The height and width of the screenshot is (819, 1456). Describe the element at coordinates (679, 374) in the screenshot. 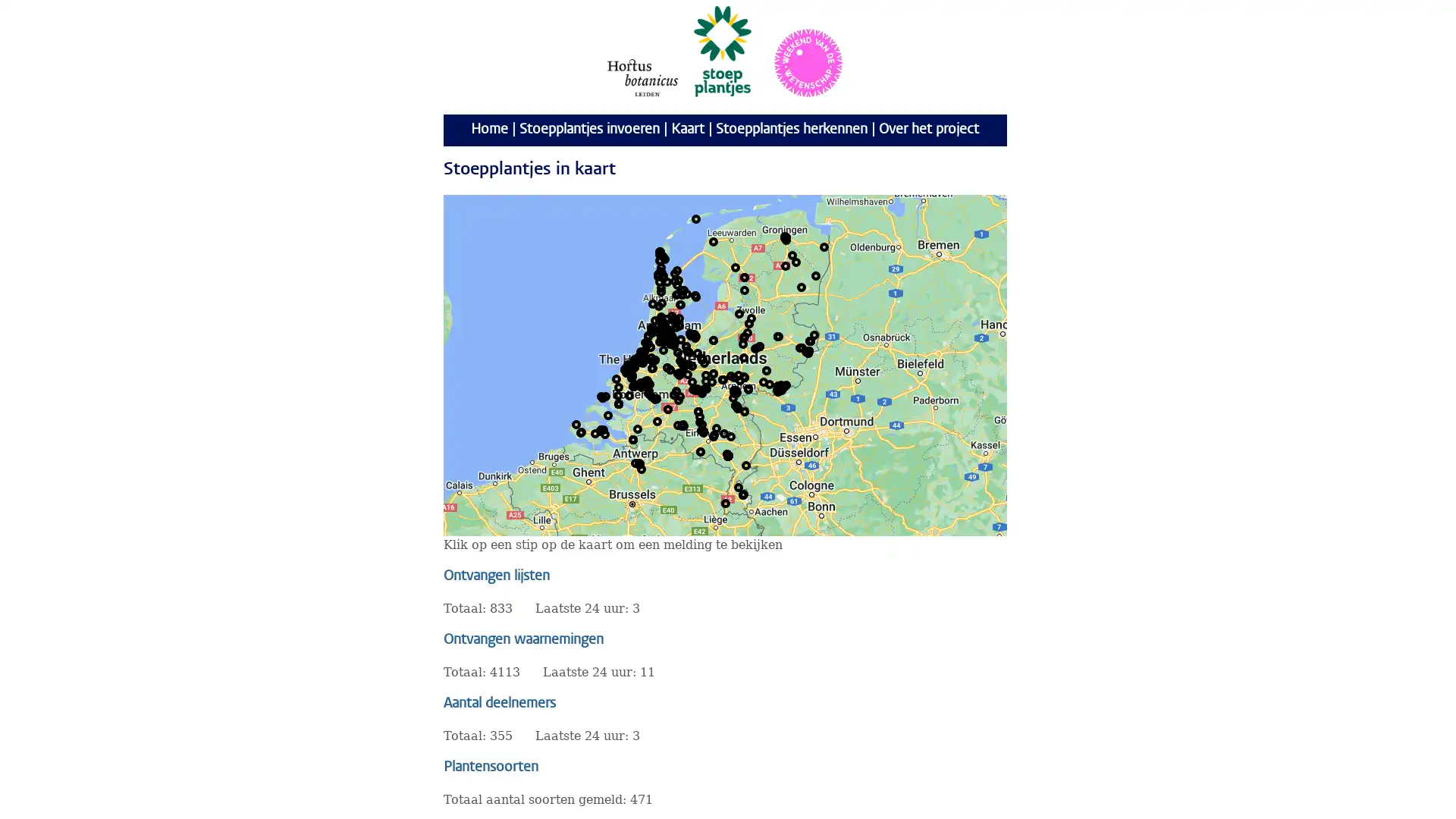

I see `Telling van karian op 19 mei 2022` at that location.